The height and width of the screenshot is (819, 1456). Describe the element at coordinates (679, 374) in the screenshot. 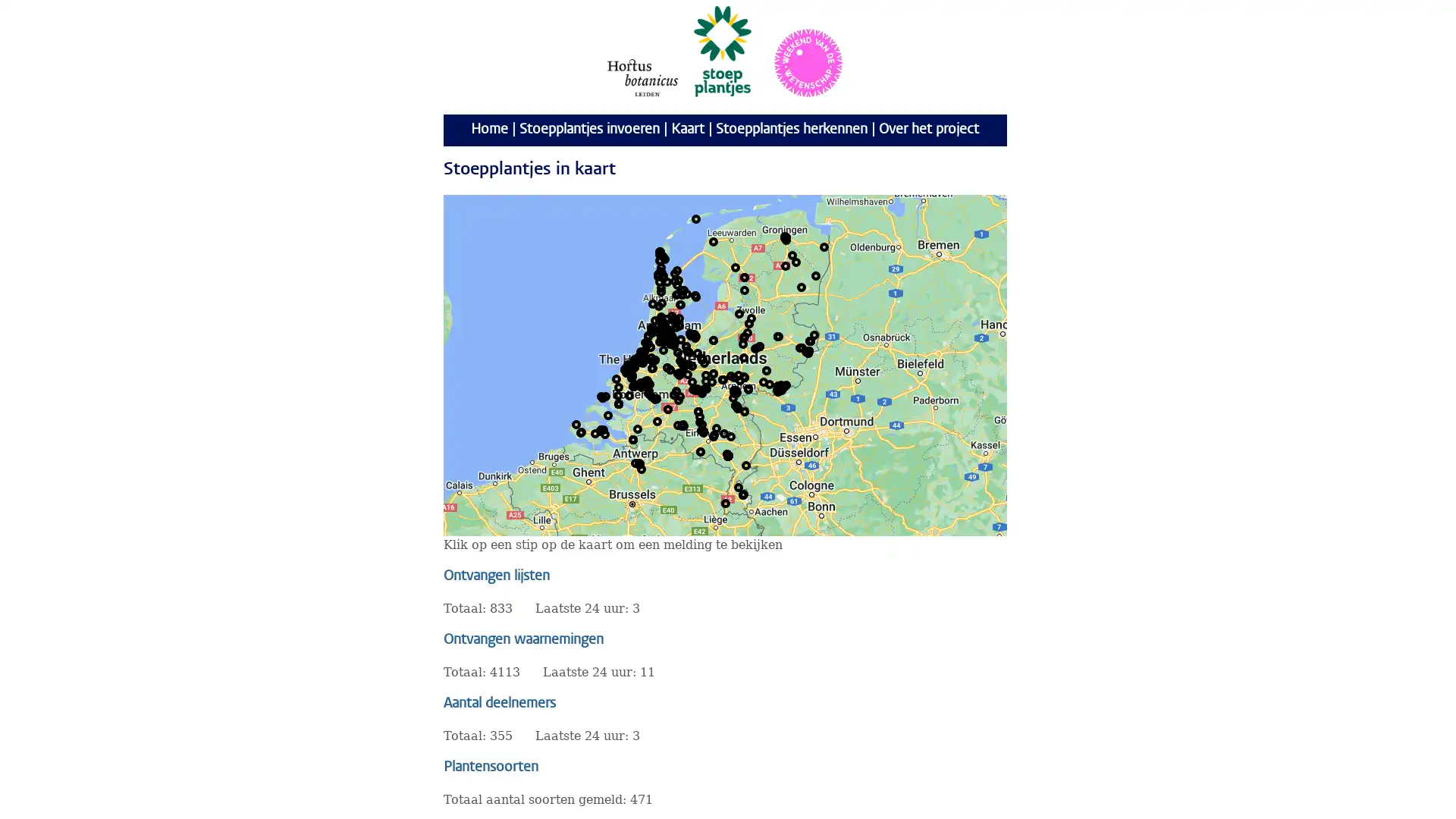

I see `Telling van karian op 19 mei 2022` at that location.